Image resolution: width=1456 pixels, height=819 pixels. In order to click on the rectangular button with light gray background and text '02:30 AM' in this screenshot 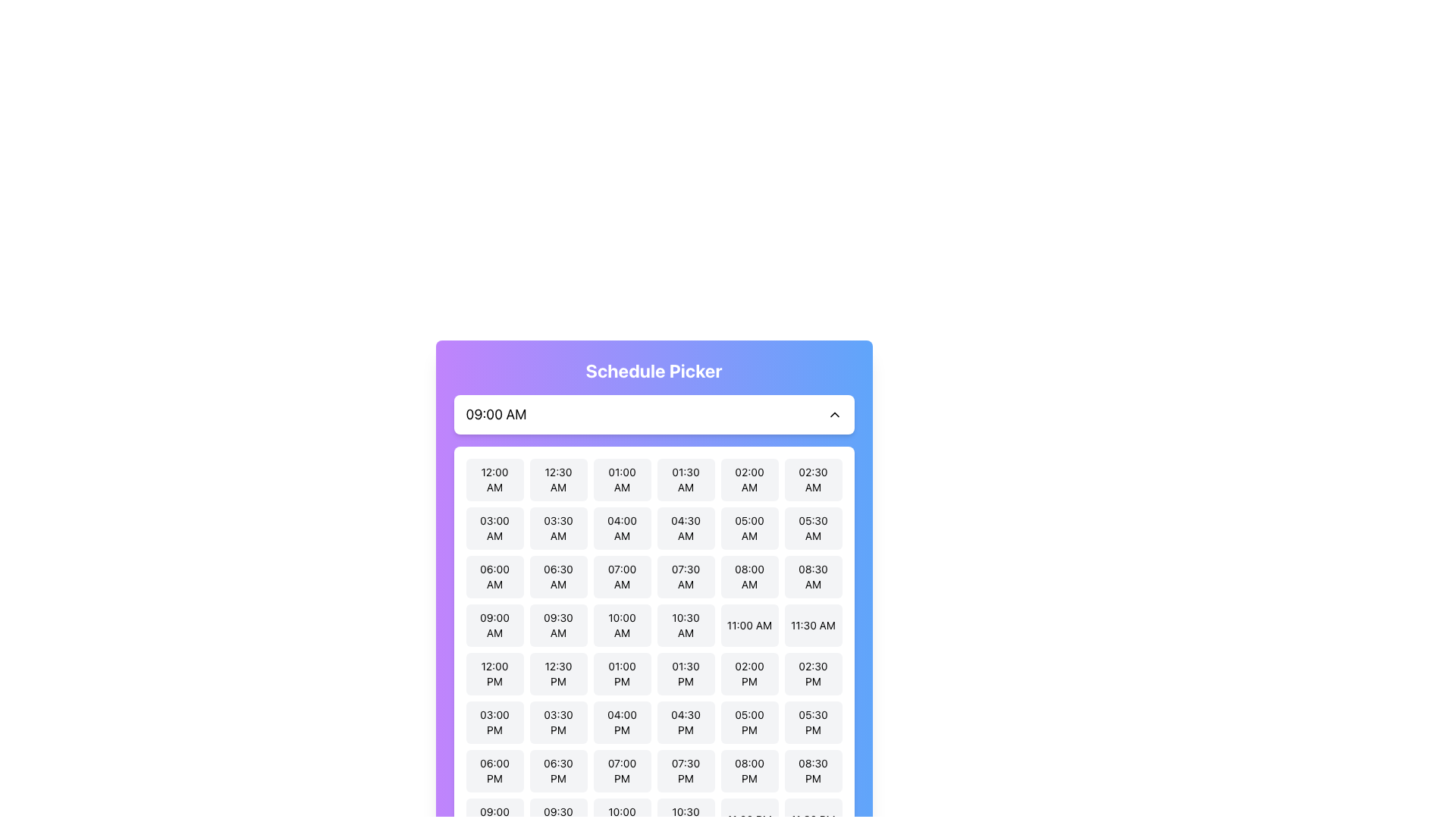, I will do `click(812, 479)`.